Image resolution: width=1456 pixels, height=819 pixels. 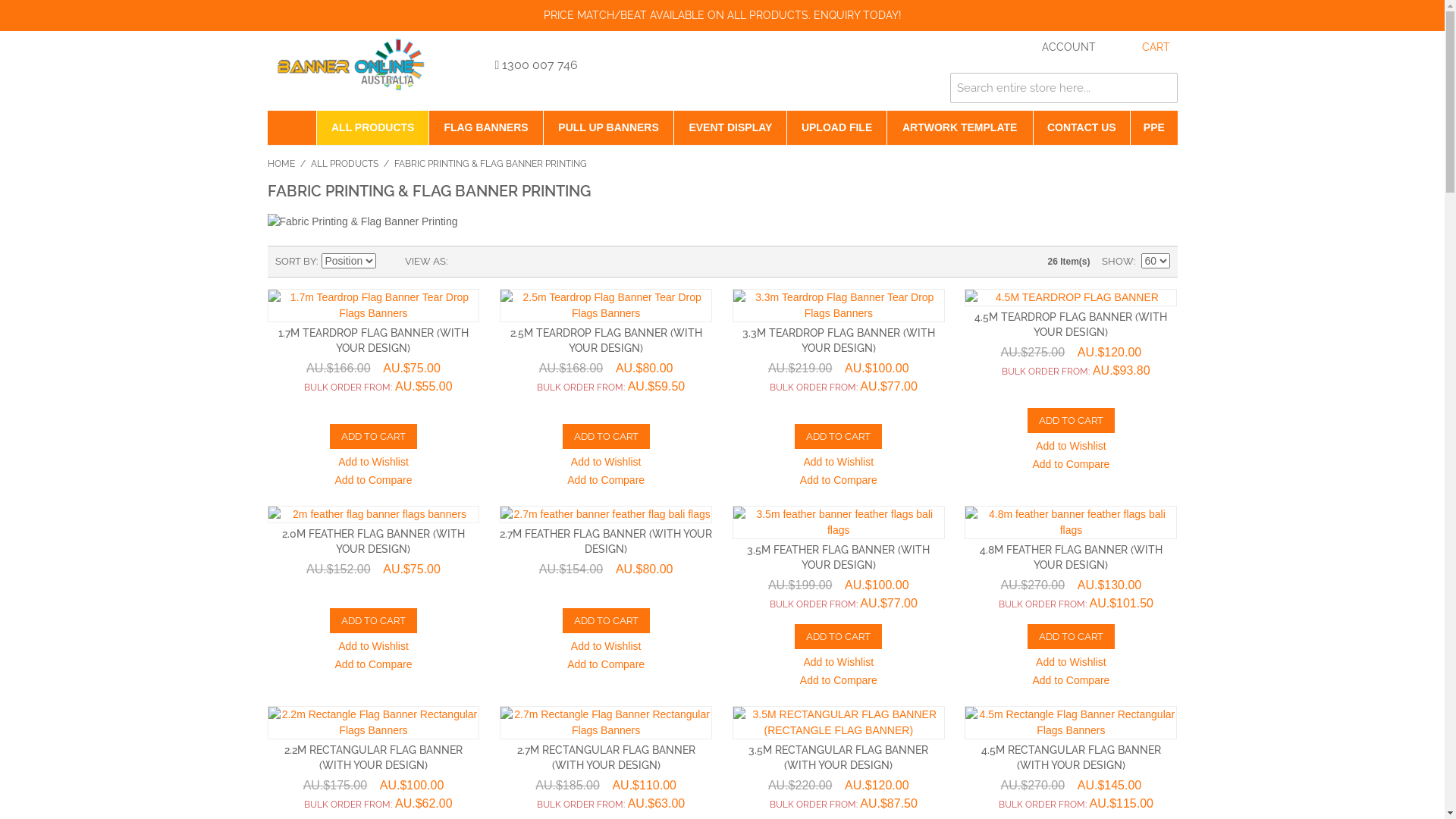 What do you see at coordinates (373, 436) in the screenshot?
I see `'ADD TO CART'` at bounding box center [373, 436].